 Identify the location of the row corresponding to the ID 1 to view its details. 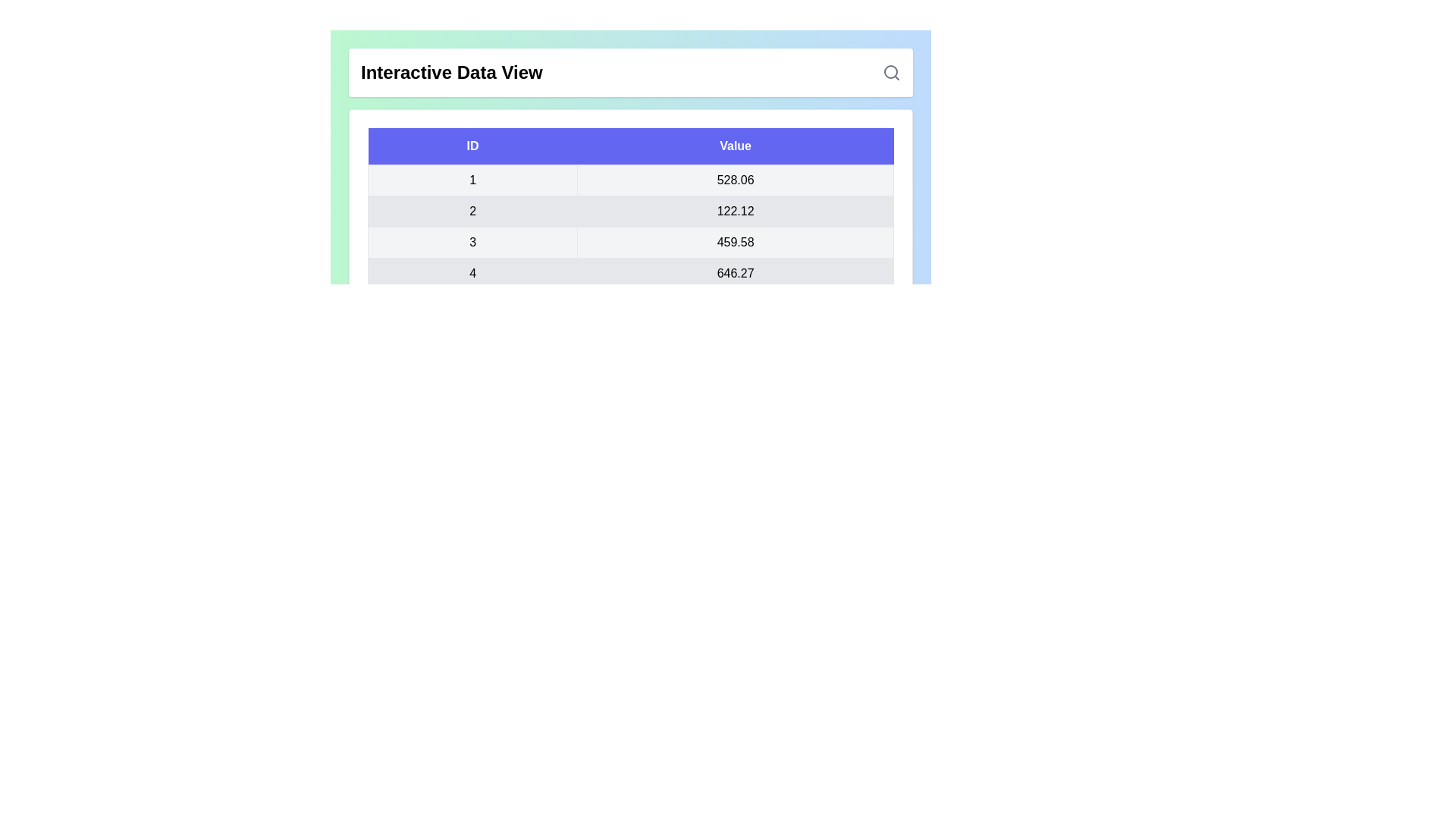
(472, 180).